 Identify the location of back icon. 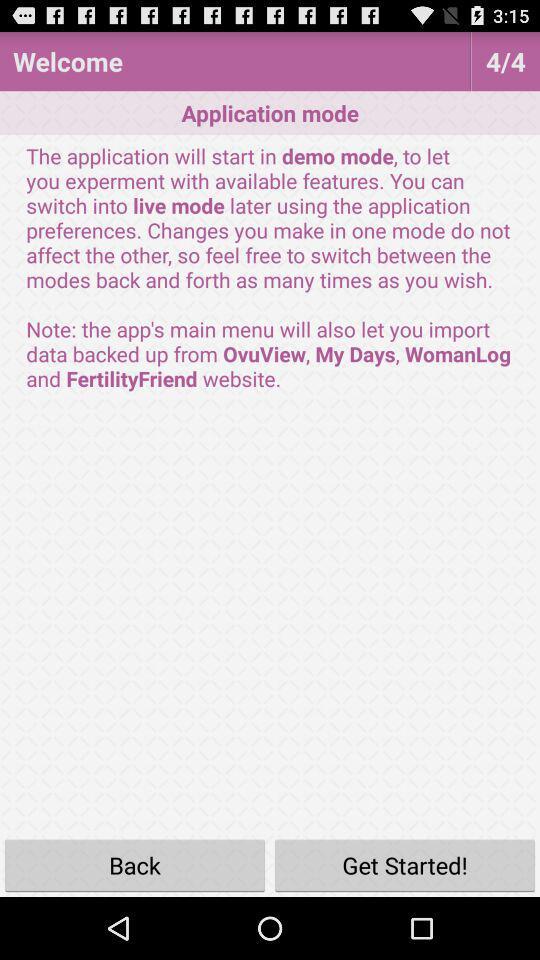
(135, 864).